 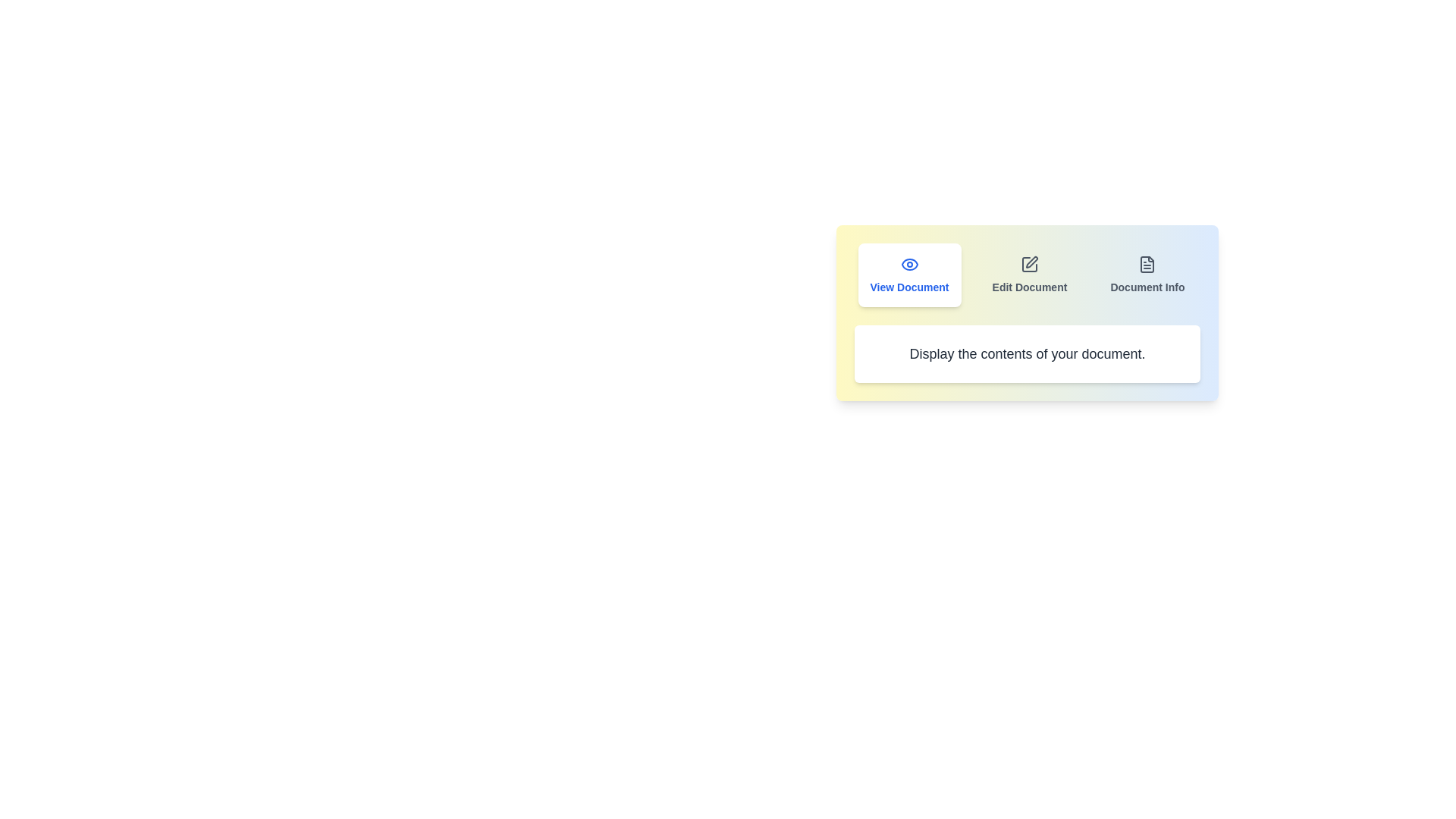 What do you see at coordinates (1147, 275) in the screenshot?
I see `the tab labeled Document Info` at bounding box center [1147, 275].